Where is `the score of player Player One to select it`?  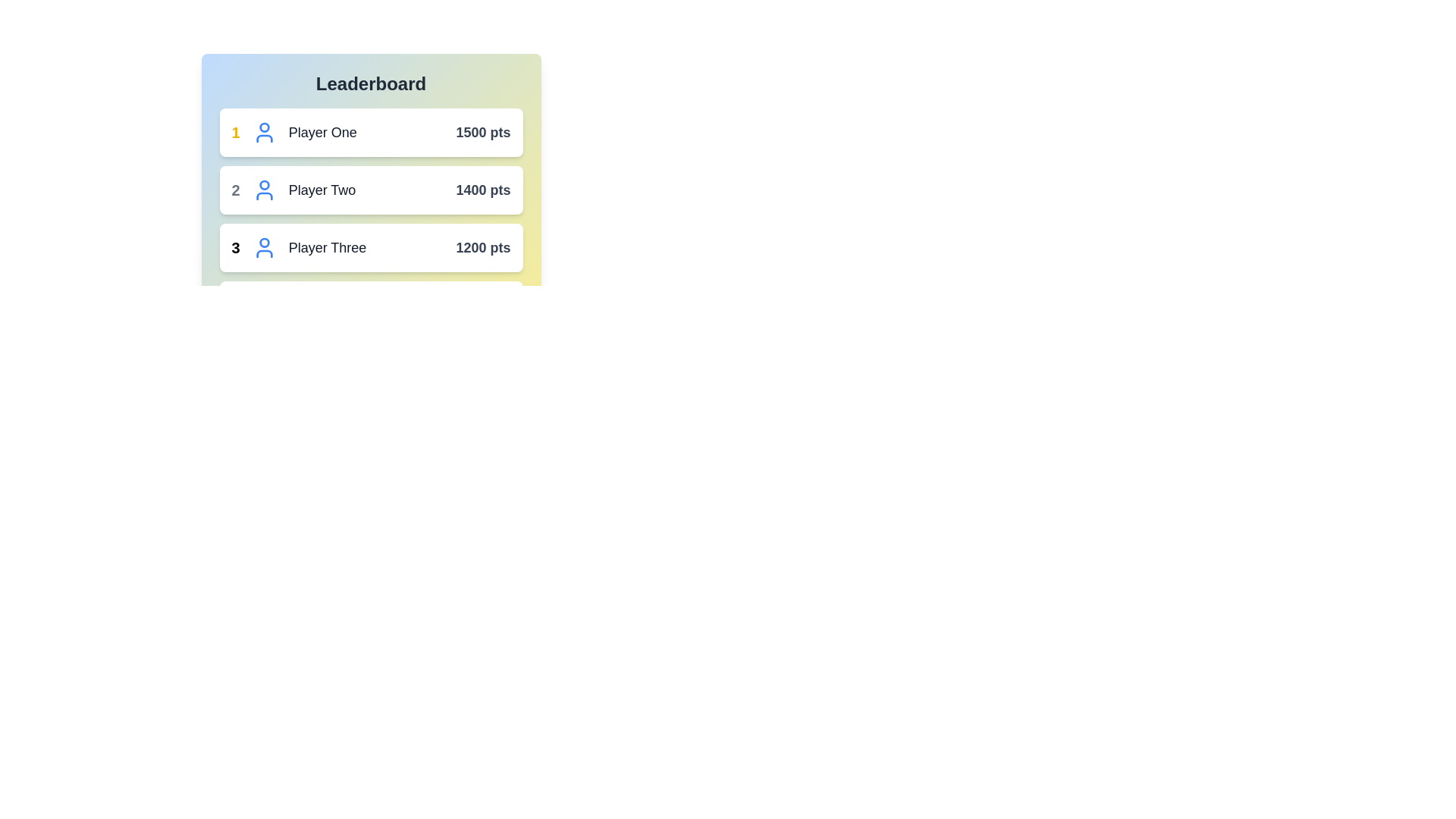
the score of player Player One to select it is located at coordinates (482, 131).